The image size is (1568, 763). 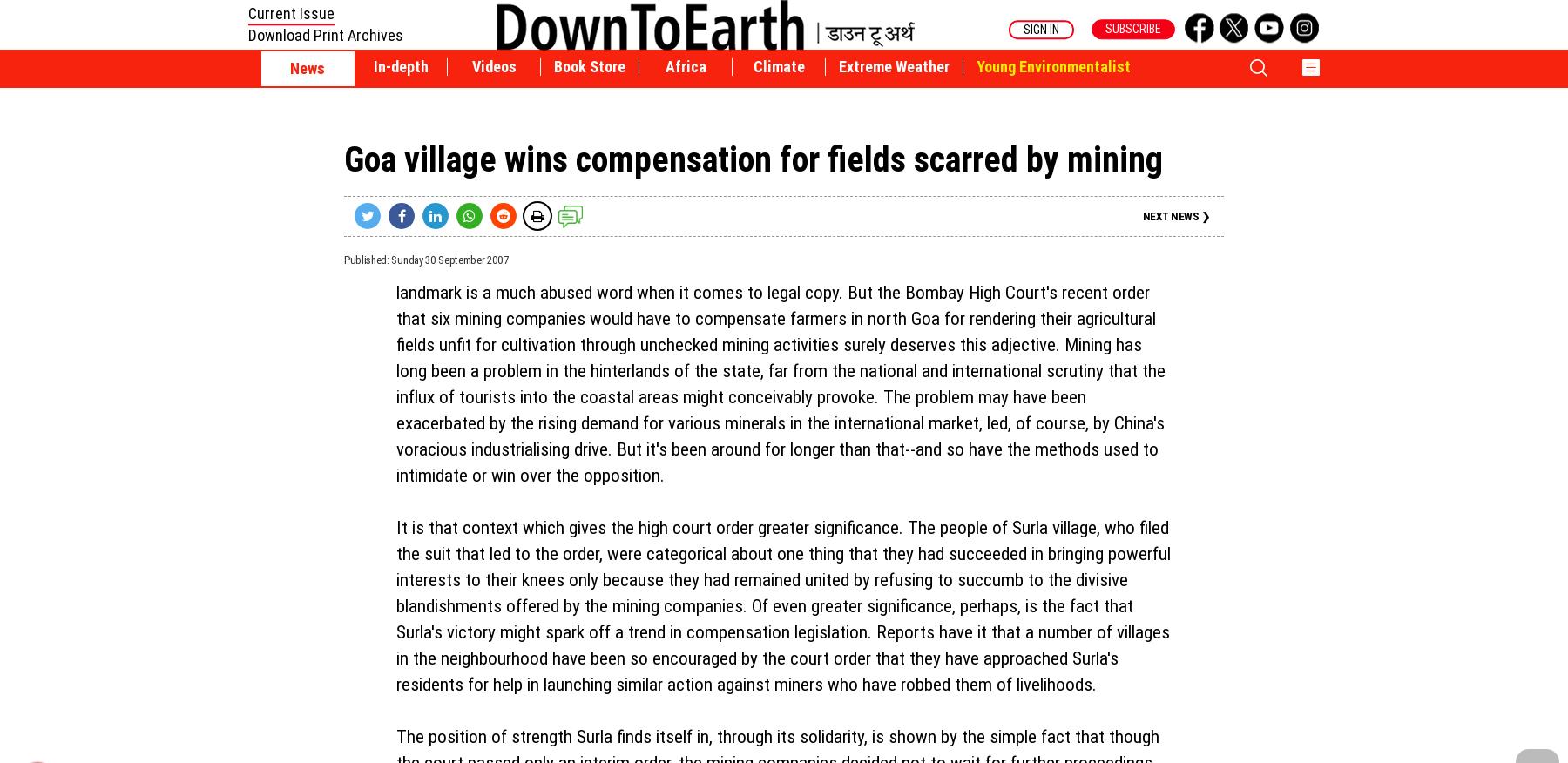 I want to click on 'In-depth', so click(x=399, y=66).